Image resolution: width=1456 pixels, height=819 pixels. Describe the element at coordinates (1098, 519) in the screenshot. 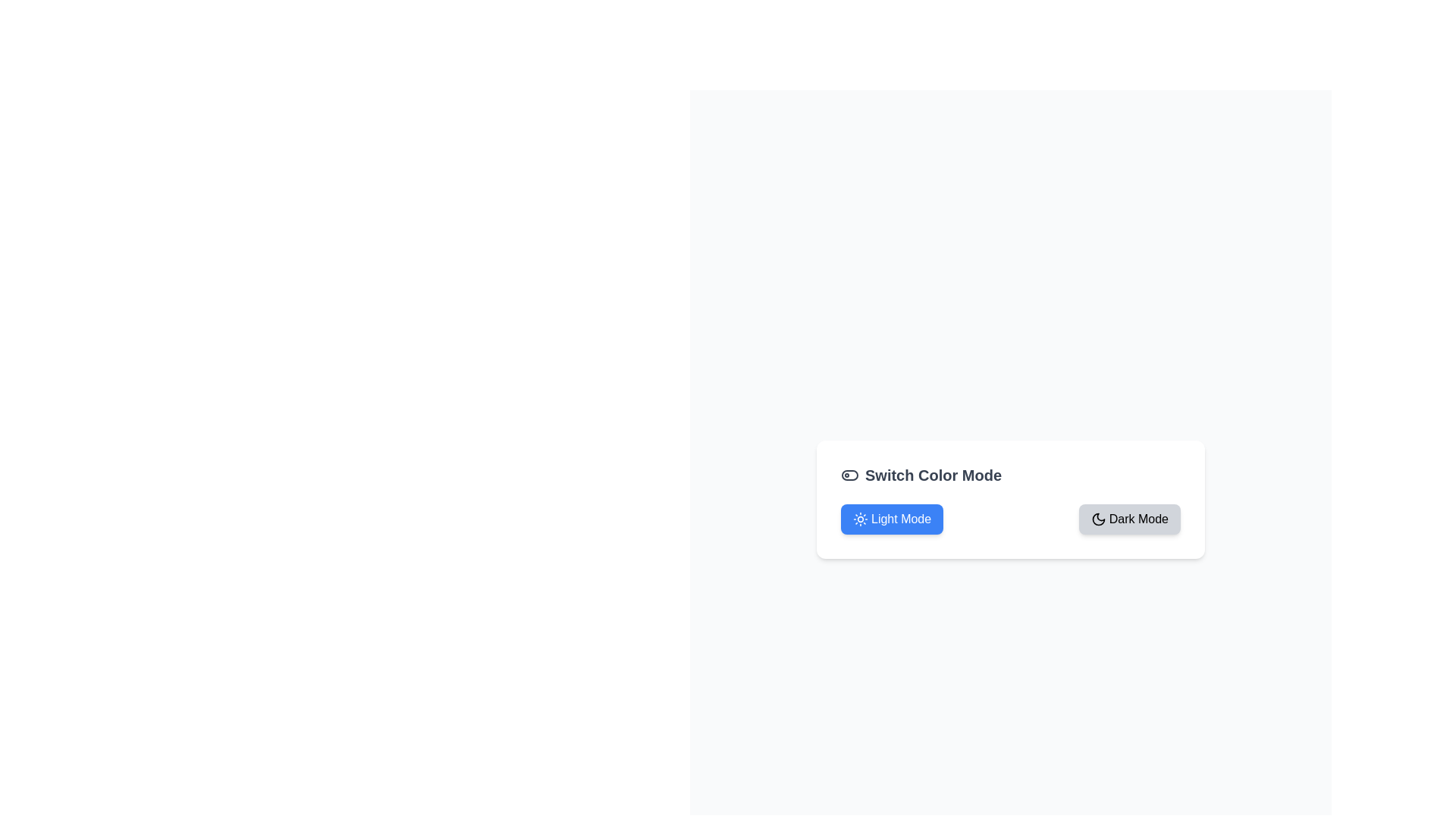

I see `the dark mode icon located to the left of the 'Switch Color Mode' text, which visually indicates the functionality for toggling between light and dark themes` at that location.